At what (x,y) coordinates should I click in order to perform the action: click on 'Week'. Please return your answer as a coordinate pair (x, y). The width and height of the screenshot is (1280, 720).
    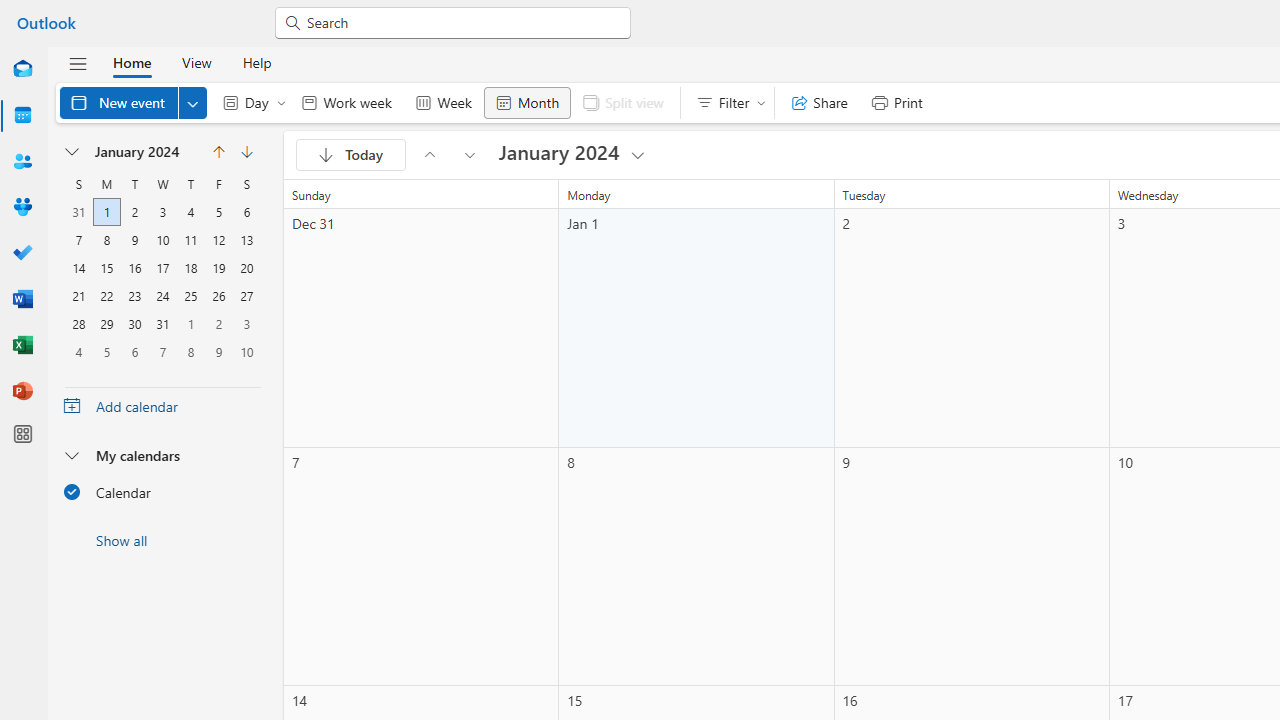
    Looking at the image, I should click on (442, 102).